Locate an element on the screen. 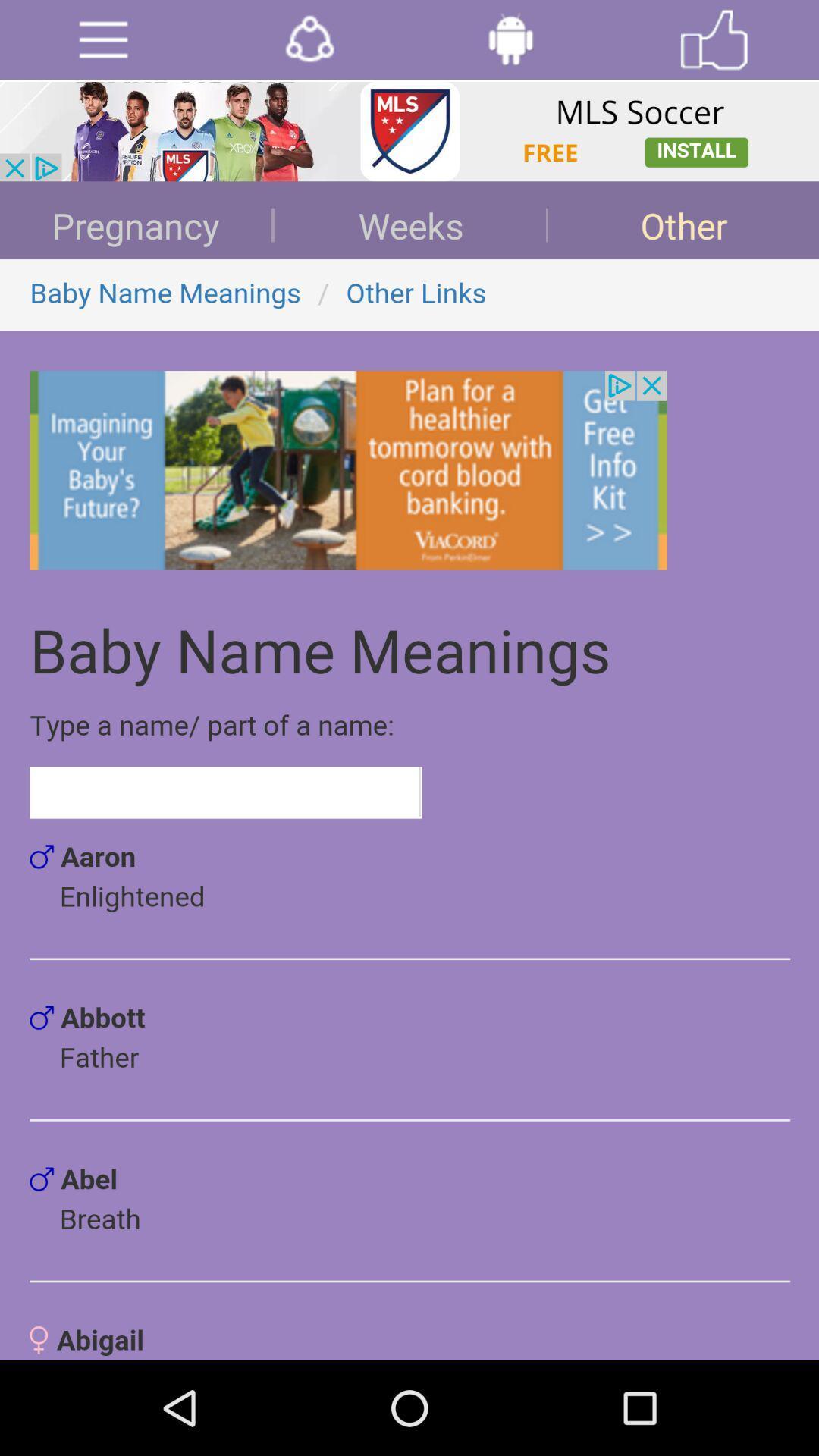 This screenshot has width=819, height=1456. like and/or comment/review is located at coordinates (714, 39).